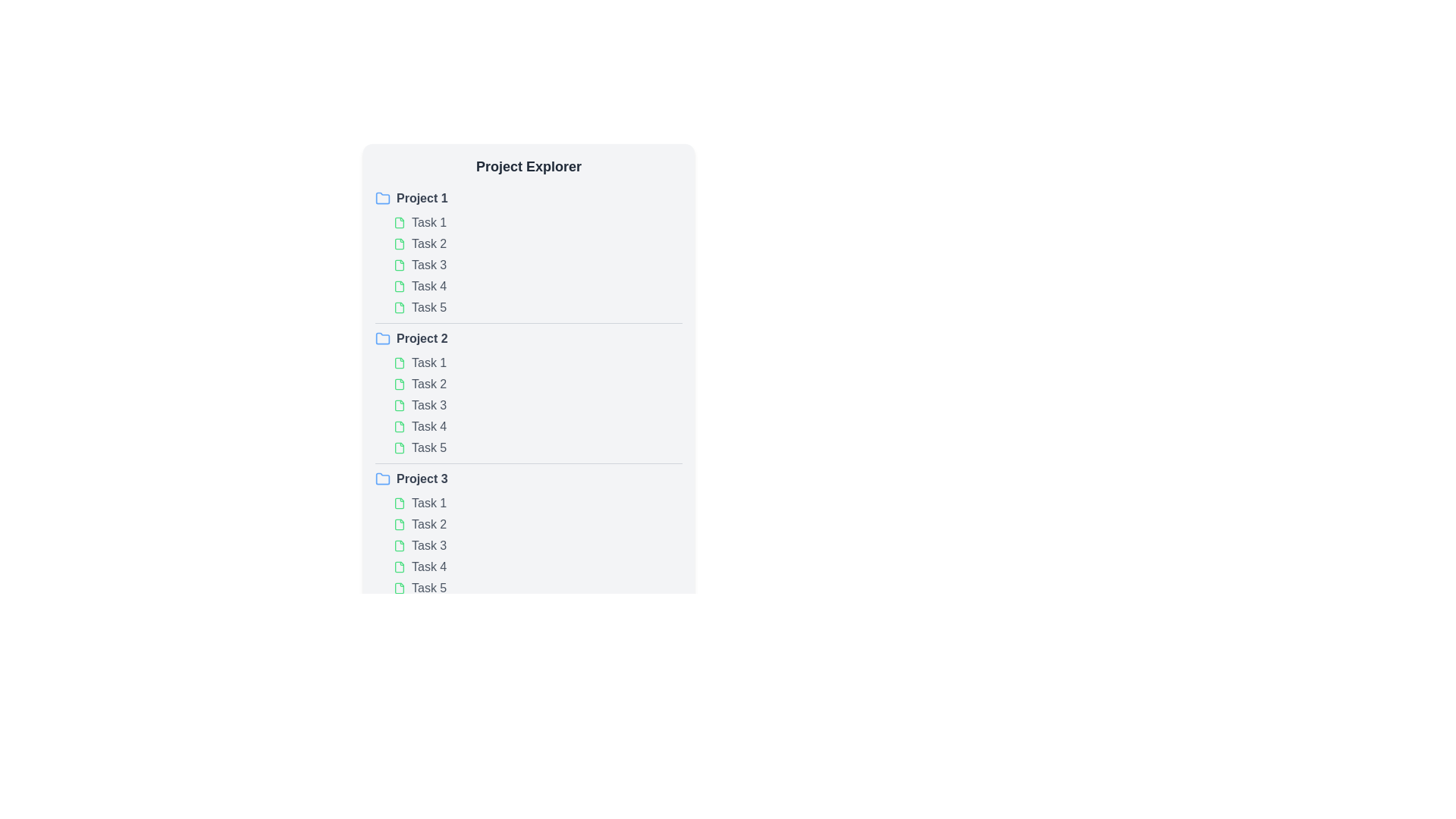 Image resolution: width=1456 pixels, height=819 pixels. I want to click on the task icon associated with 'Task 4' located to the left of the text in the 'Project Explorer' under 'Project 1', so click(400, 287).